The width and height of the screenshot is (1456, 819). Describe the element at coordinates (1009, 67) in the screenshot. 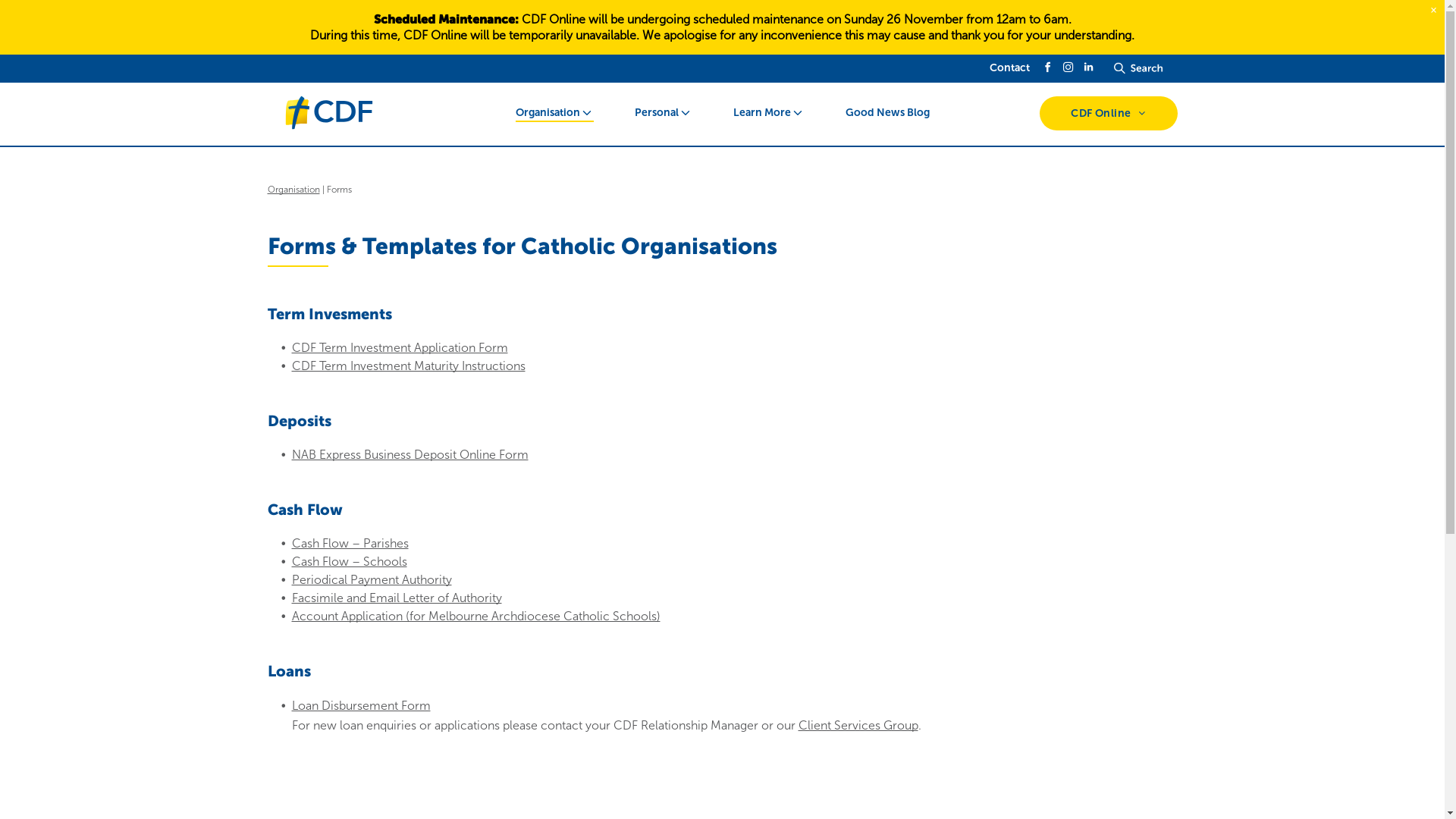

I see `'Contact'` at that location.